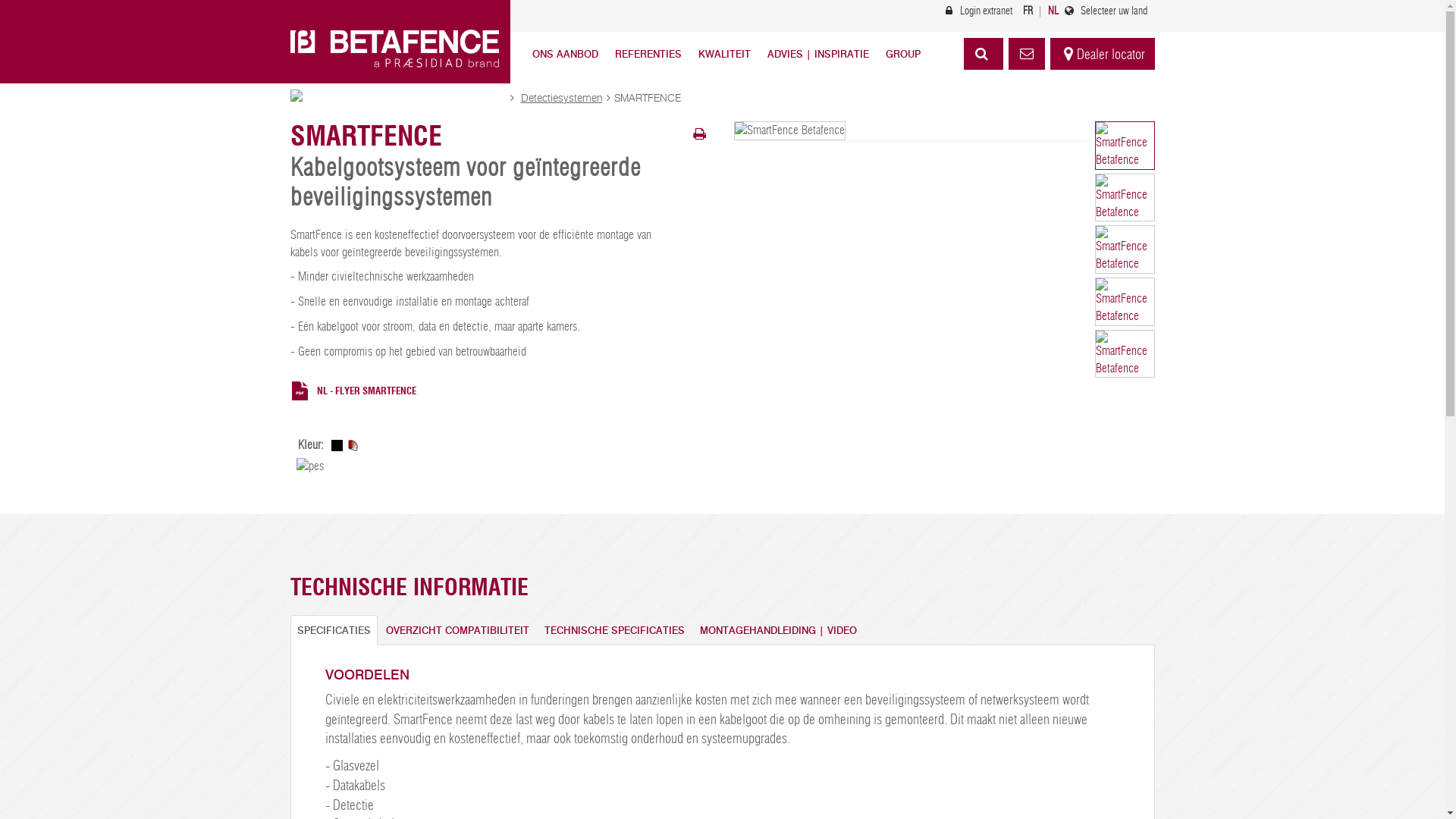 The height and width of the screenshot is (819, 1456). I want to click on 'OVERZICHT COMPATIBILITEIT', so click(457, 630).